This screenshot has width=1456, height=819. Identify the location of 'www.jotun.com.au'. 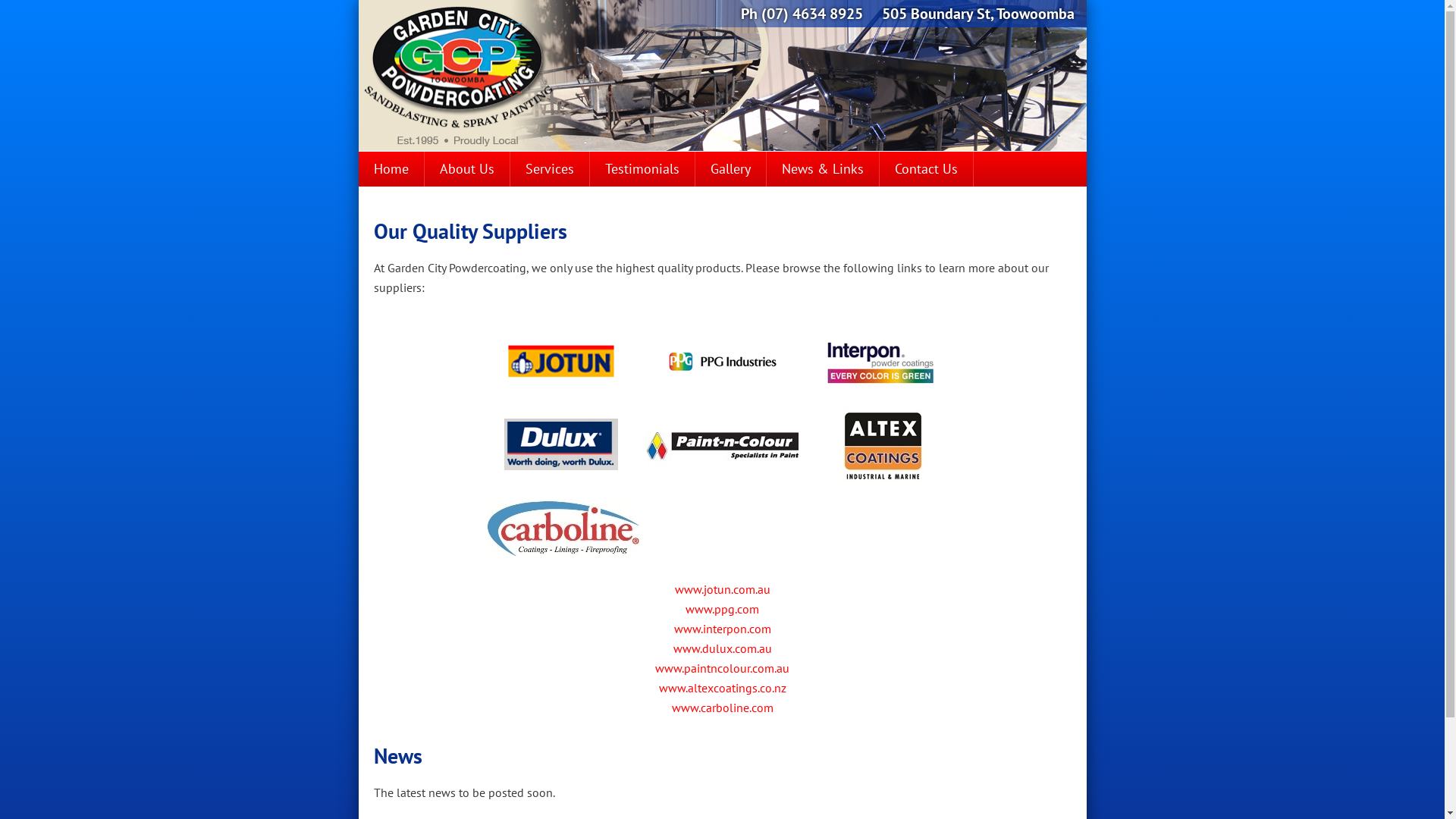
(722, 588).